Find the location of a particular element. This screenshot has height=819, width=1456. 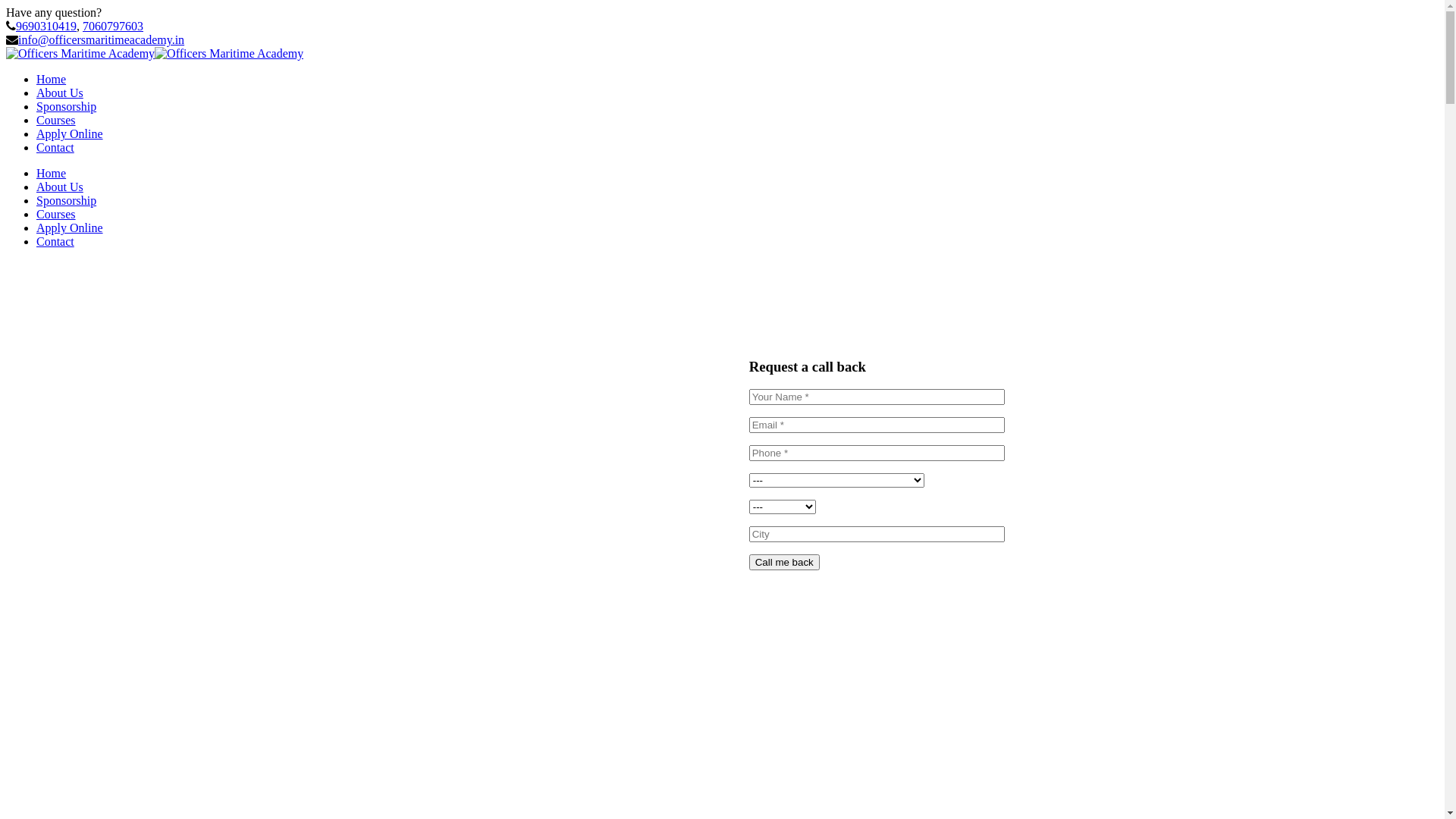

'Sponsorship' is located at coordinates (65, 199).